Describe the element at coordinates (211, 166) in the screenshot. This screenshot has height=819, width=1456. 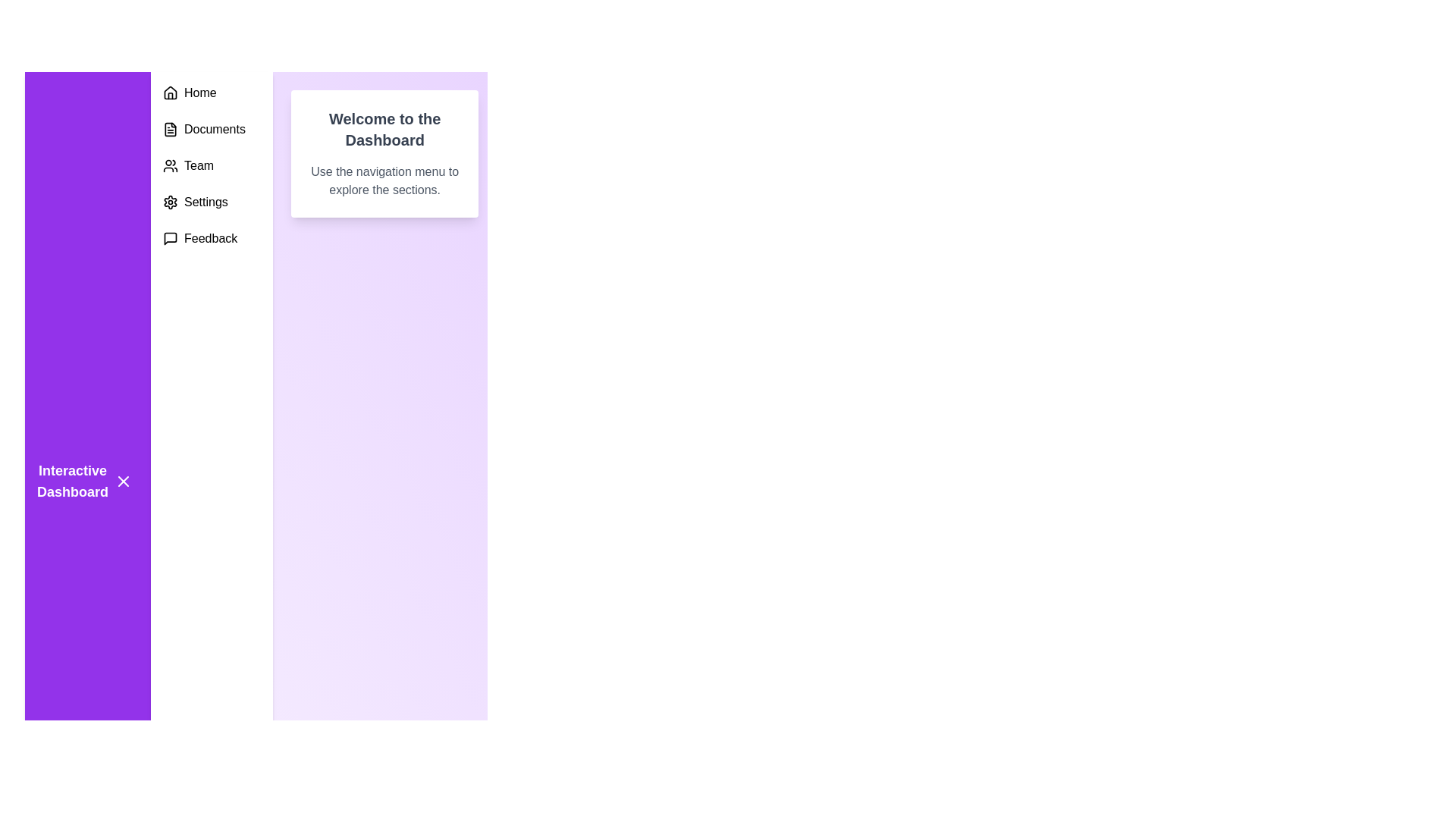
I see `the 'Team' navigation menu item, which features a people icon and is the third item in the vertical menu on the left side of the page` at that location.